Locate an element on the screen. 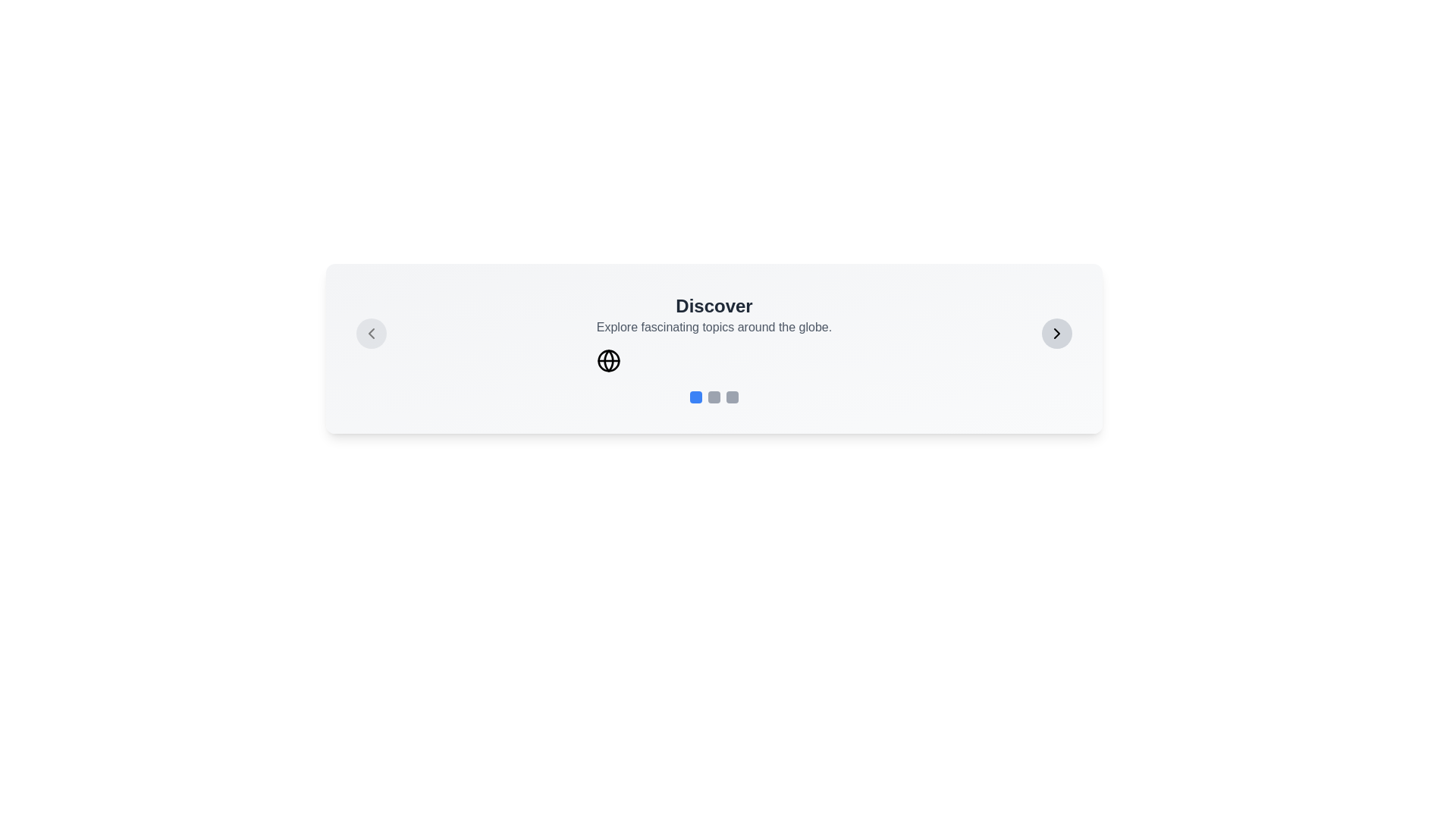  the leftward-pointing chevron icon located within the circular button on the left side of the horizontal bar is located at coordinates (371, 332).